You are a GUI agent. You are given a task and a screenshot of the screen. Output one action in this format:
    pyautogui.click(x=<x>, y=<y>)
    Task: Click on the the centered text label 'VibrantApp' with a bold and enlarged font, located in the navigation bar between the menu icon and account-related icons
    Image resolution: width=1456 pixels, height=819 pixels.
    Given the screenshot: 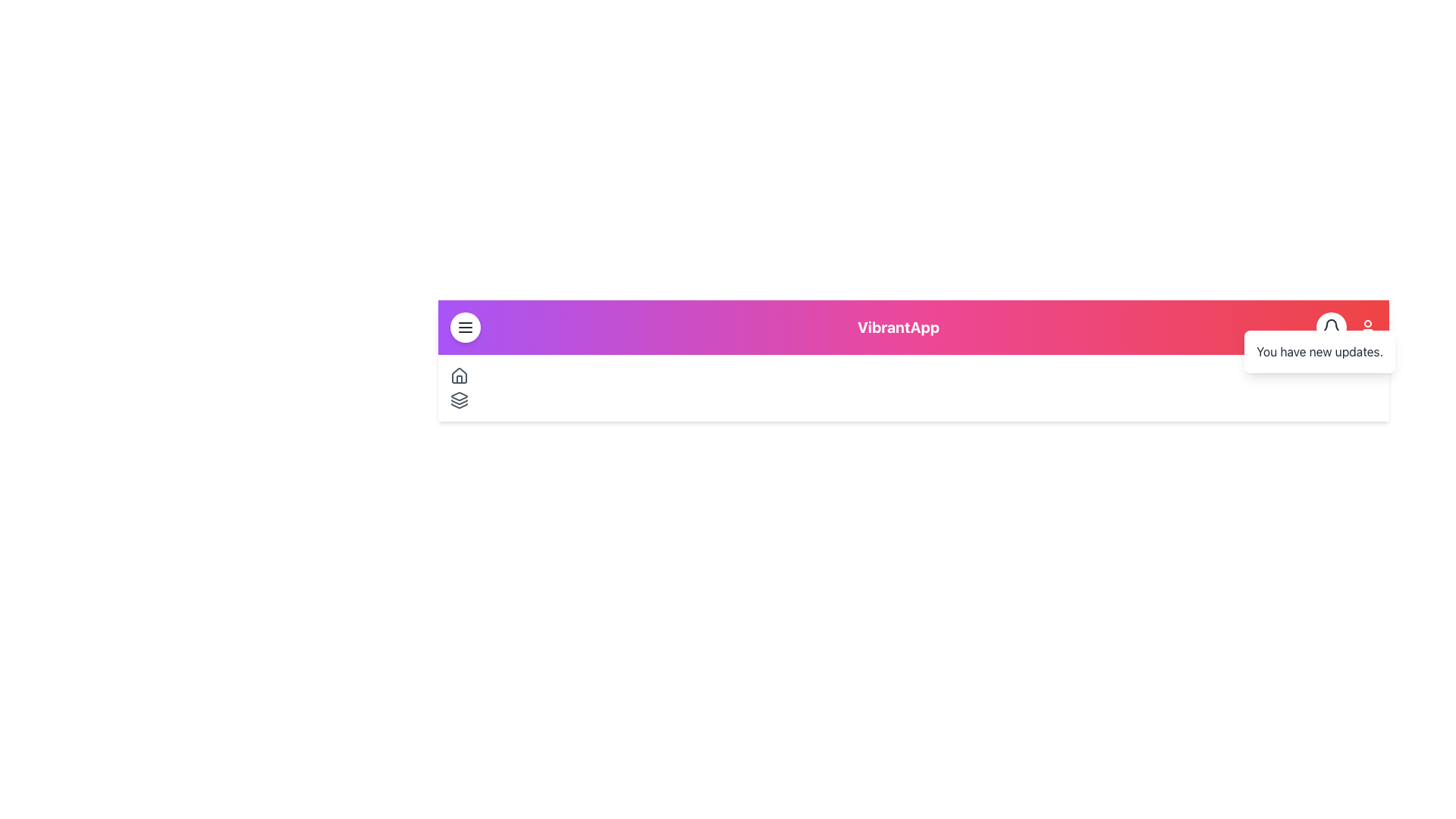 What is the action you would take?
    pyautogui.click(x=899, y=327)
    